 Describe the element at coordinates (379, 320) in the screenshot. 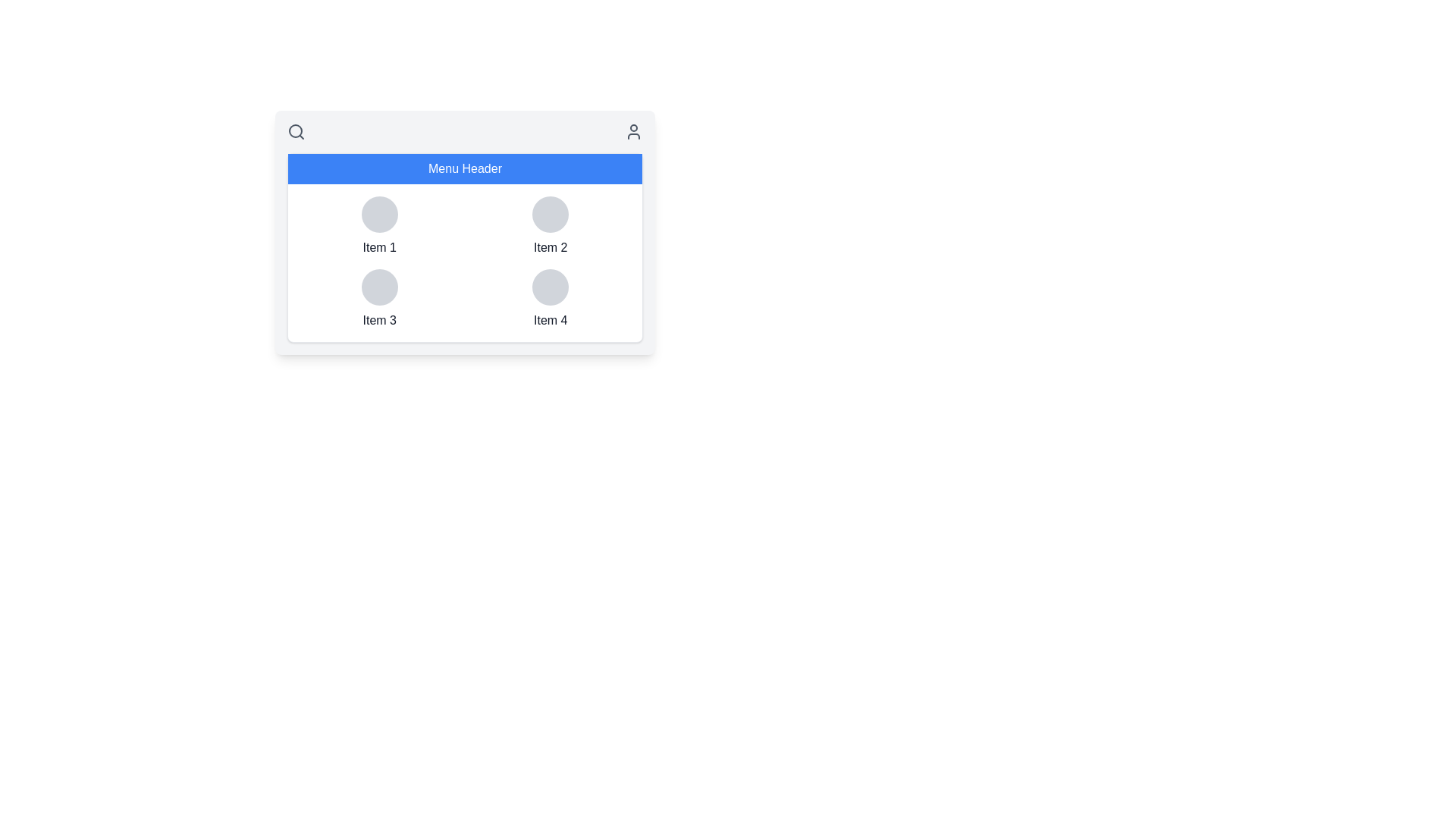

I see `the text label displaying 'Item 3', which is located underneath a circular gray image placeholder in the second row of the third column of the grid layout under 'Menu Header'` at that location.